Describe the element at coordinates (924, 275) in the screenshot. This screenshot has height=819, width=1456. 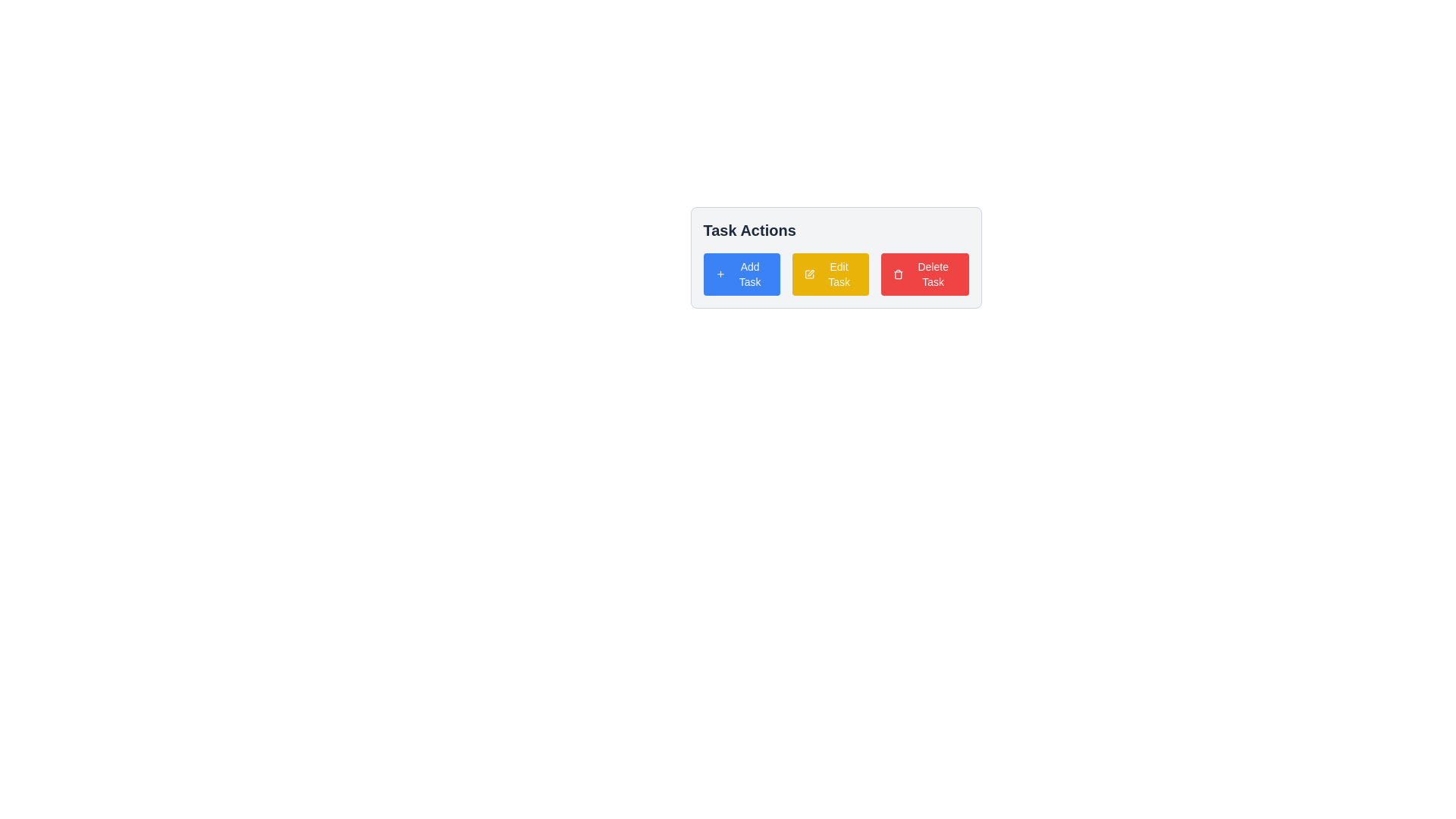
I see `the 'Delete Task' button, which is the last button in a horizontal arrangement of 'Add Task', 'Edit Task', and 'Delete Task'` at that location.